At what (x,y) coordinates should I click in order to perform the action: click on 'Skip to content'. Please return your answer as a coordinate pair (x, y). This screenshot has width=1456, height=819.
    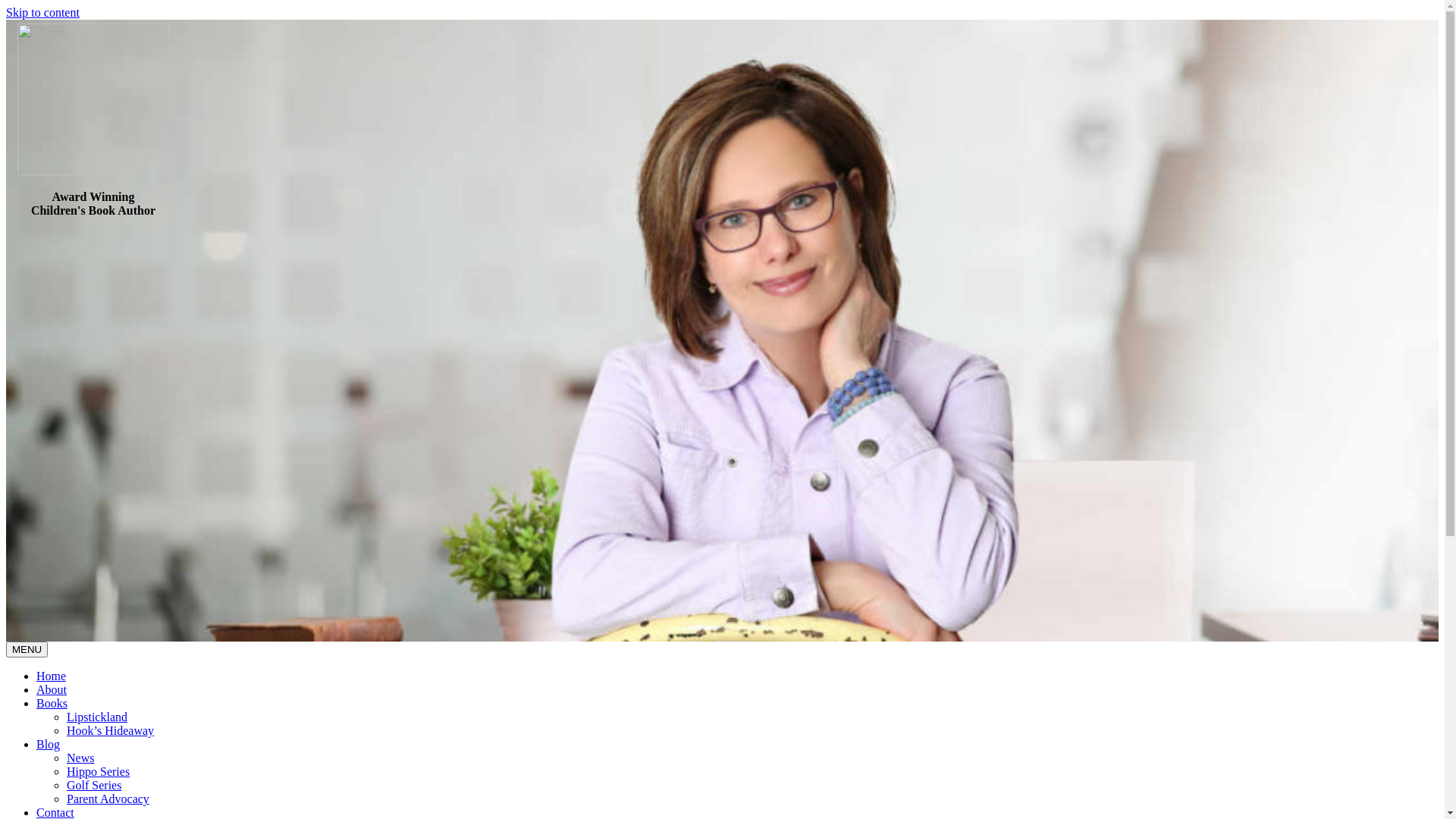
    Looking at the image, I should click on (42, 12).